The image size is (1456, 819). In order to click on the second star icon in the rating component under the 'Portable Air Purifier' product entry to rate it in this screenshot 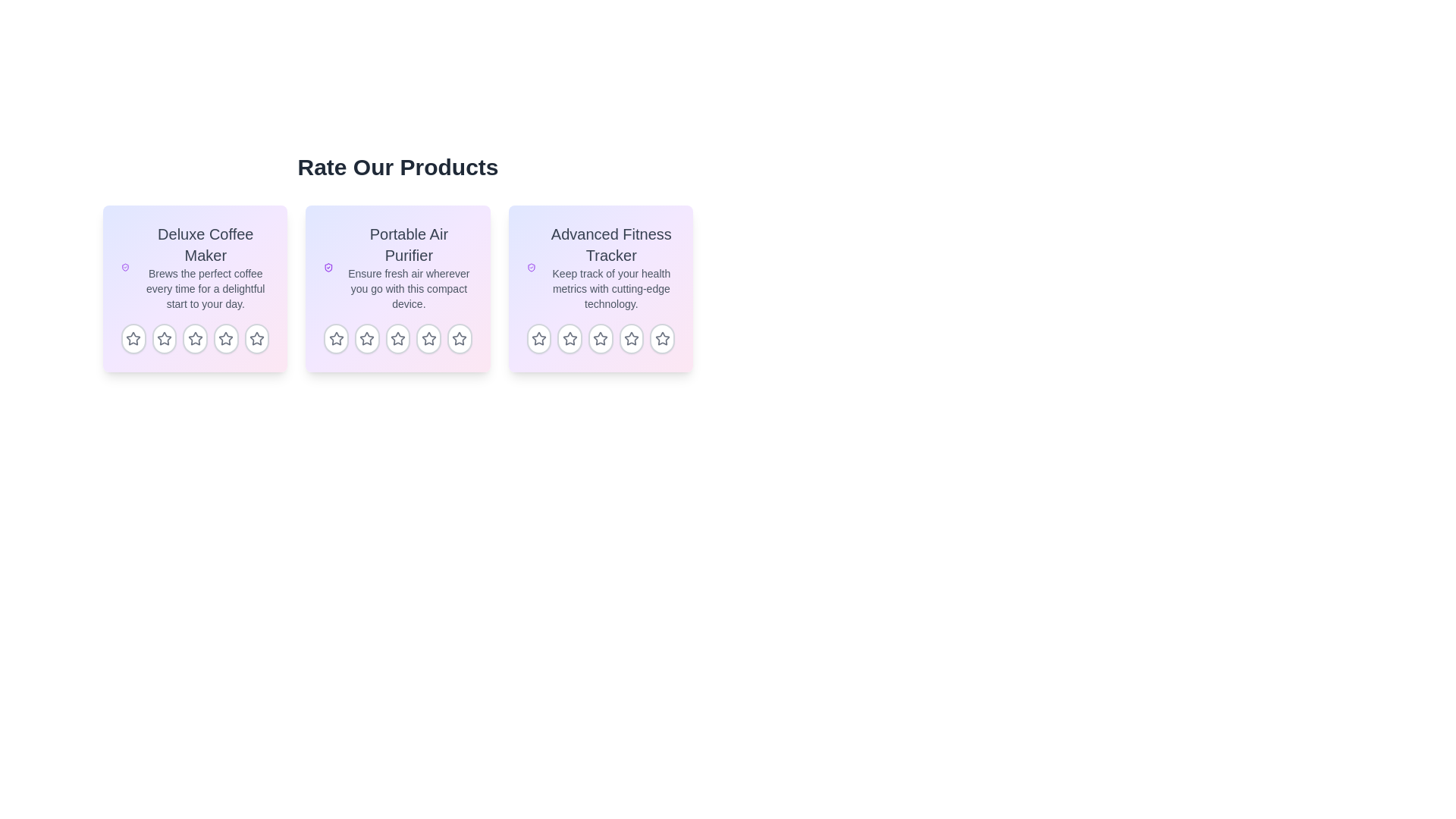, I will do `click(397, 338)`.